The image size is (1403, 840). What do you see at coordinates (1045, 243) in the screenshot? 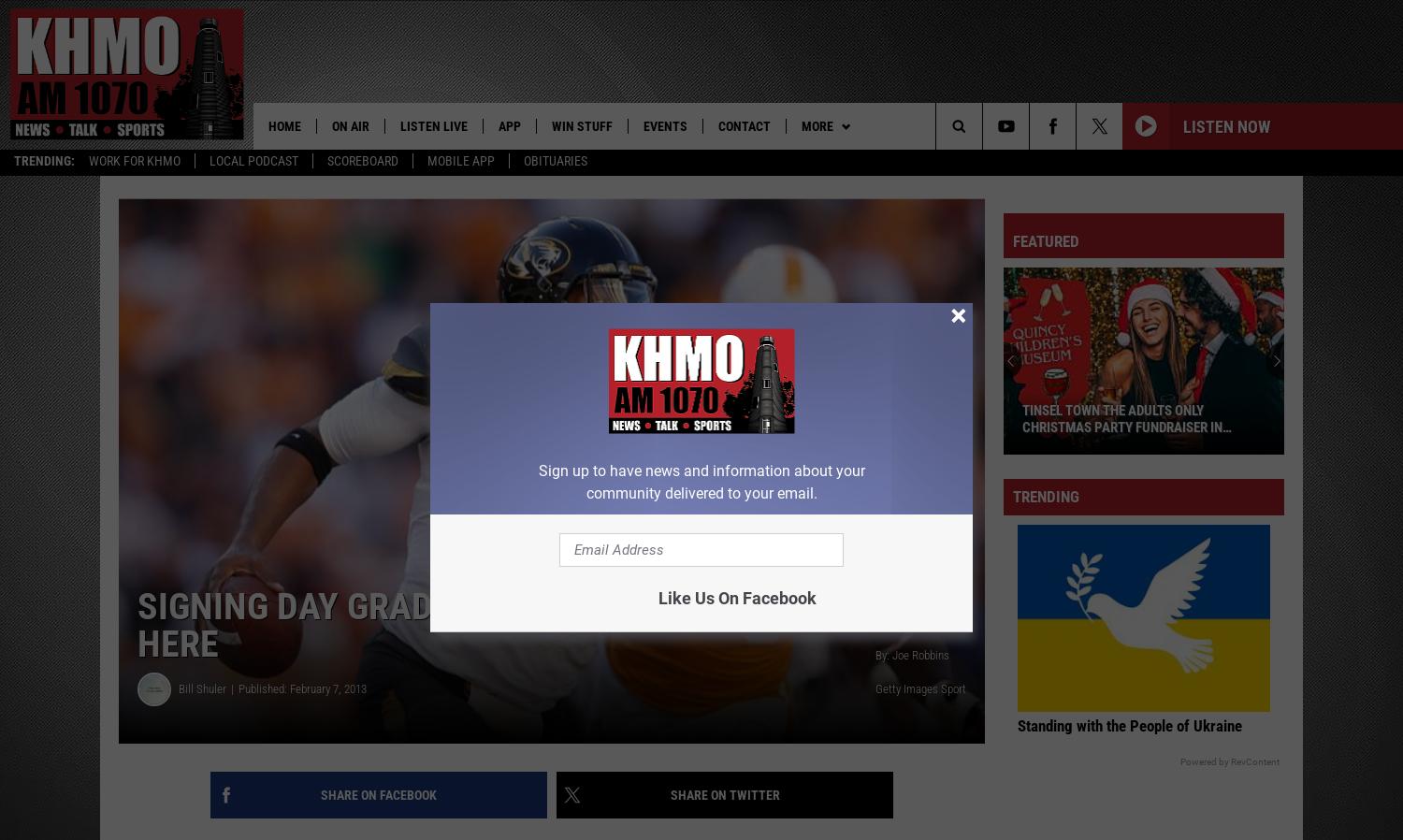
I see `'Featured'` at bounding box center [1045, 243].